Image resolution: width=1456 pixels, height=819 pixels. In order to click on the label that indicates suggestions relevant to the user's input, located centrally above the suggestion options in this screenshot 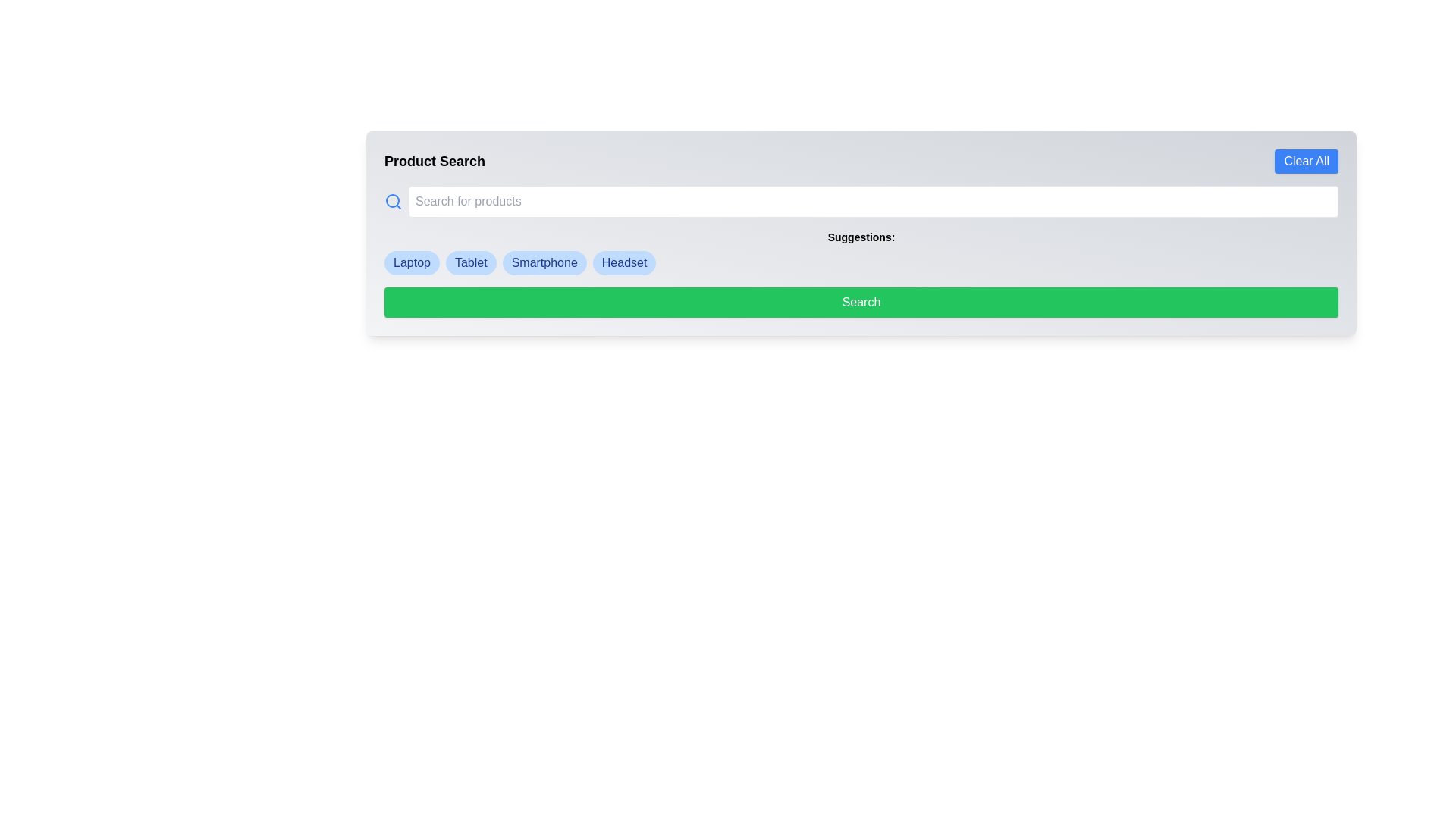, I will do `click(861, 237)`.